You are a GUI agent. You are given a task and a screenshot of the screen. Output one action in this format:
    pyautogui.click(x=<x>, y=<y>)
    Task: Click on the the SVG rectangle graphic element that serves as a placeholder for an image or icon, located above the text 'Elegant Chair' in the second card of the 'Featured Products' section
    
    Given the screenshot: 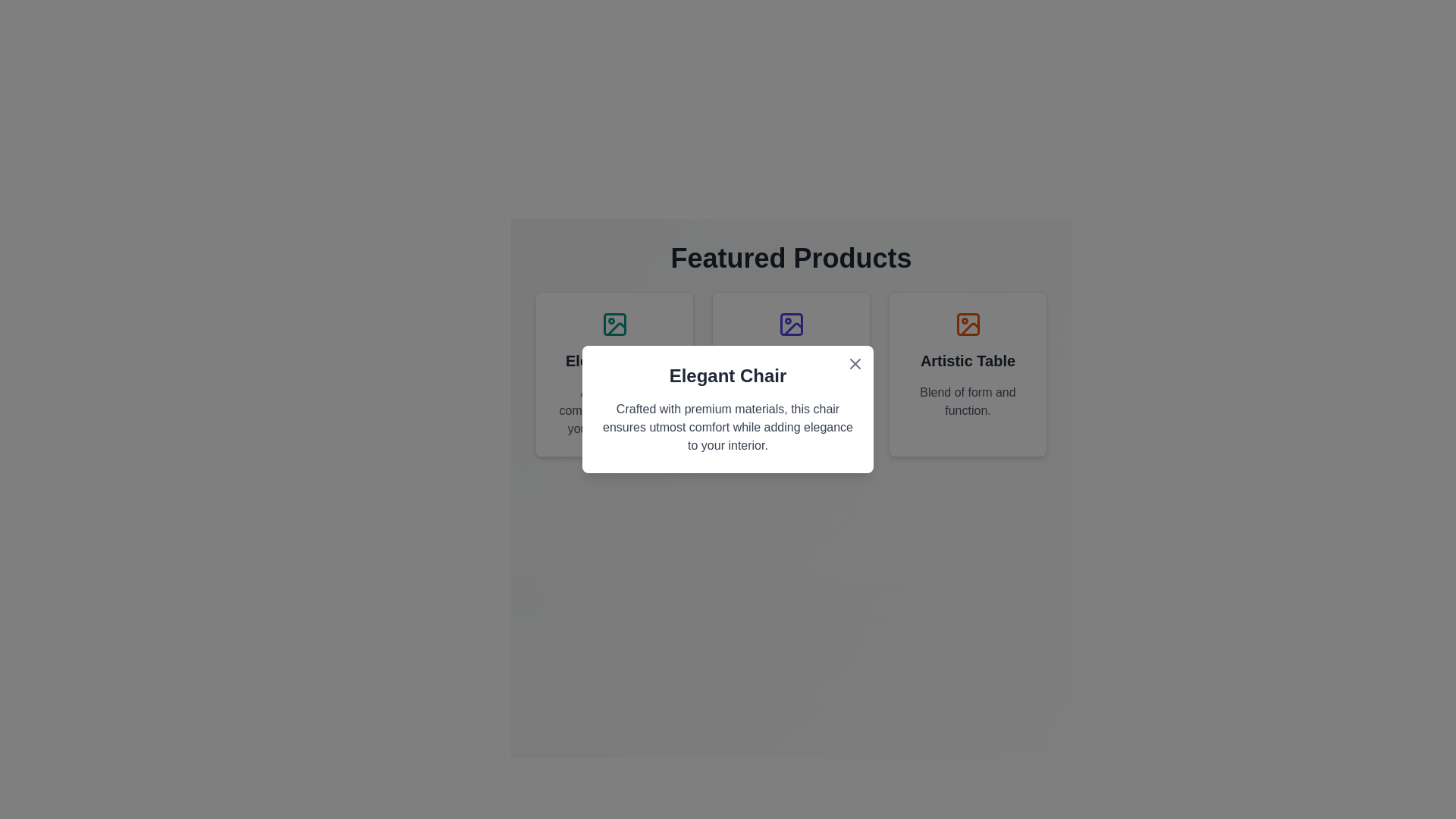 What is the action you would take?
    pyautogui.click(x=790, y=324)
    